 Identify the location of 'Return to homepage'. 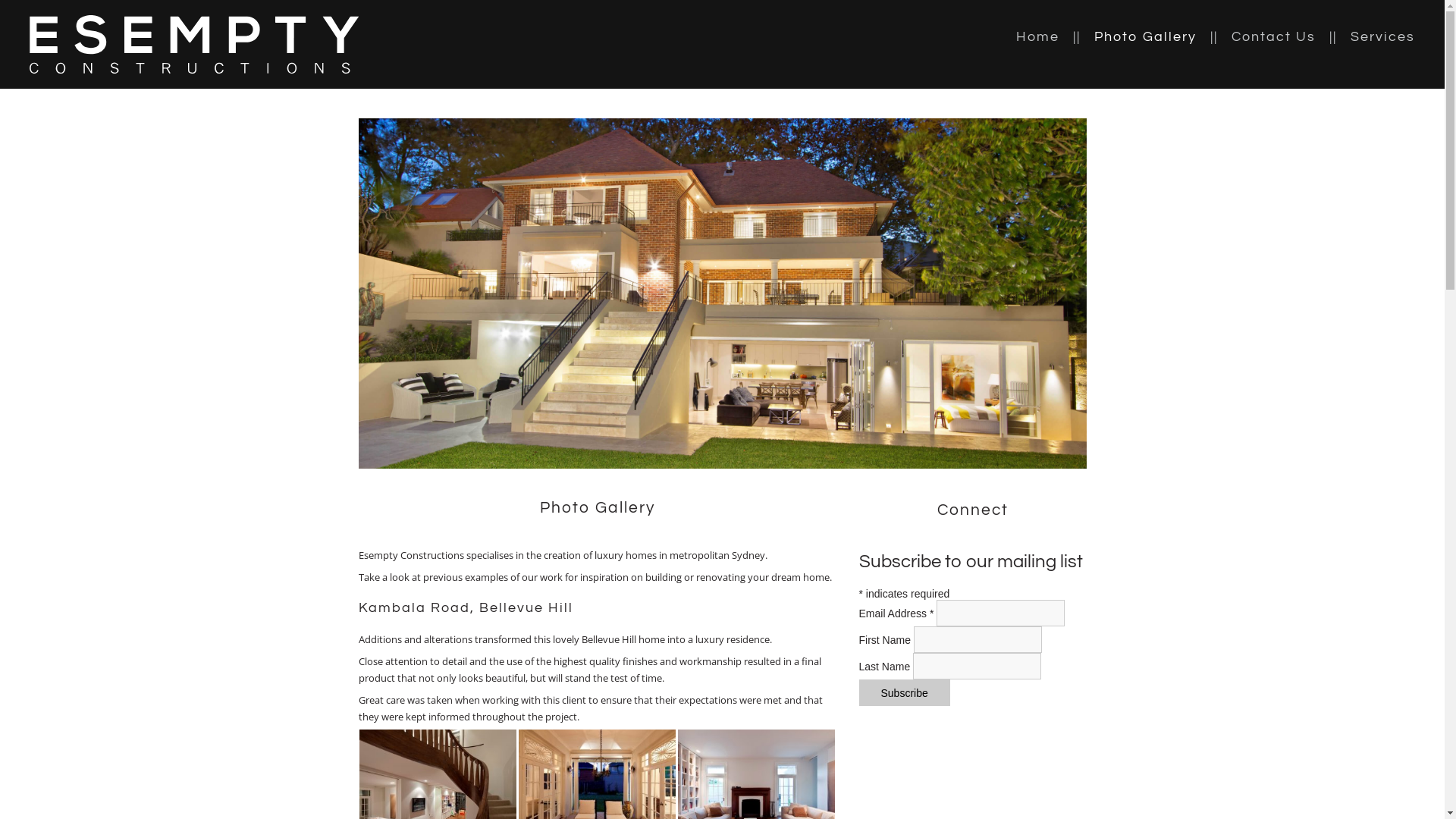
(193, 43).